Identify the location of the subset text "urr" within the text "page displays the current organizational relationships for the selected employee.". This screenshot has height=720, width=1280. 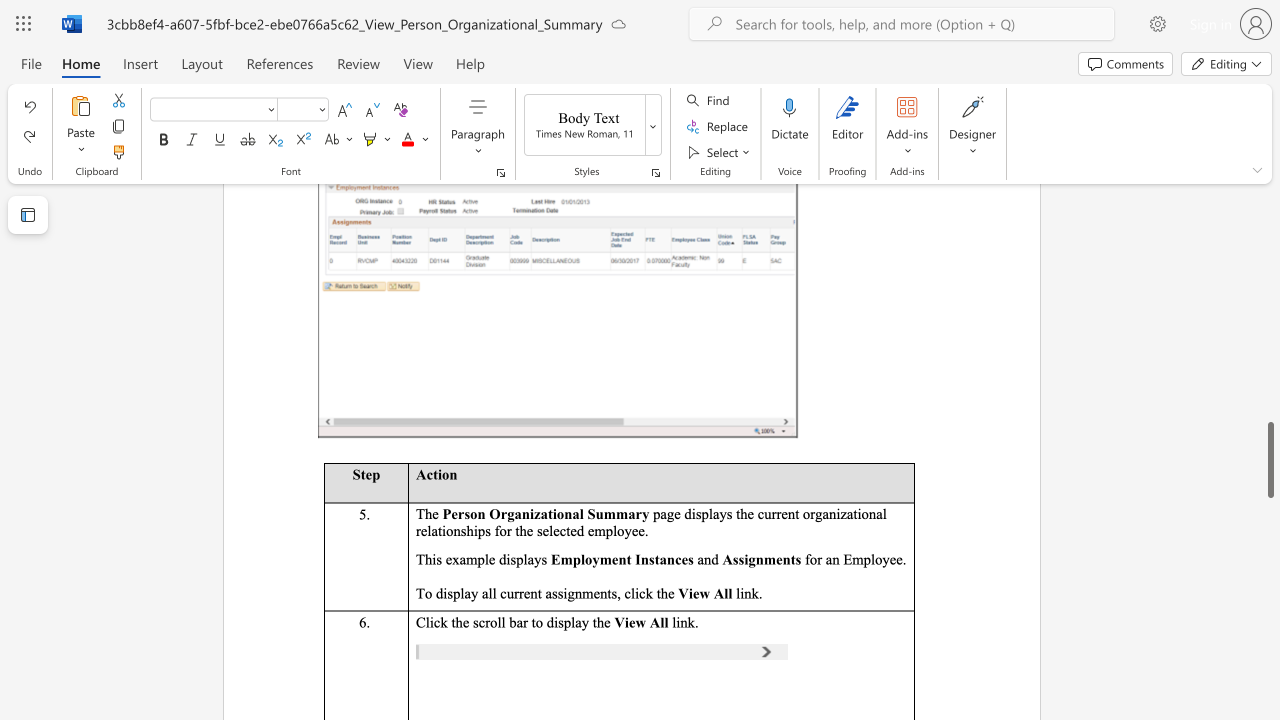
(763, 512).